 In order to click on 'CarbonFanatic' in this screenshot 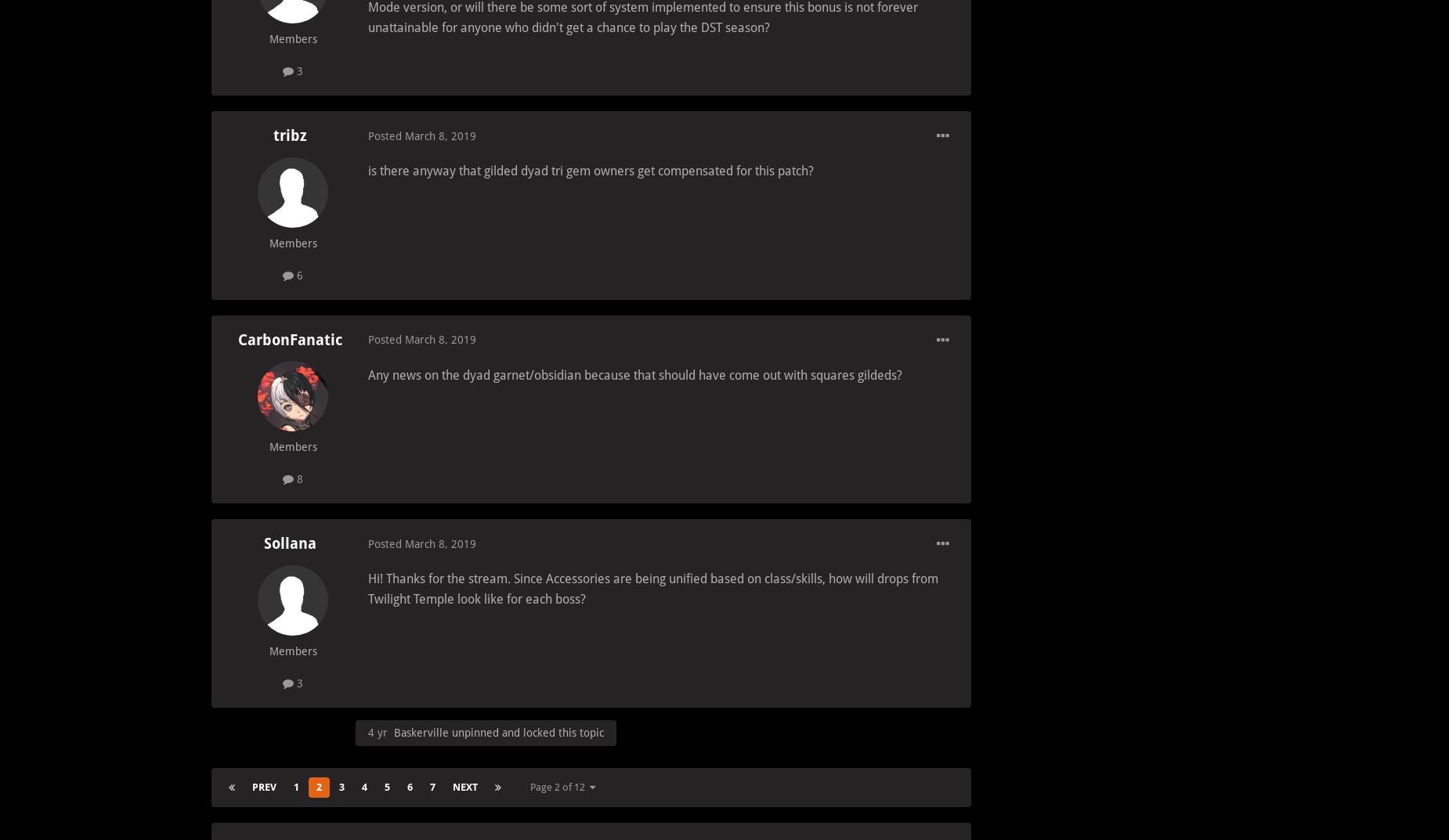, I will do `click(288, 339)`.